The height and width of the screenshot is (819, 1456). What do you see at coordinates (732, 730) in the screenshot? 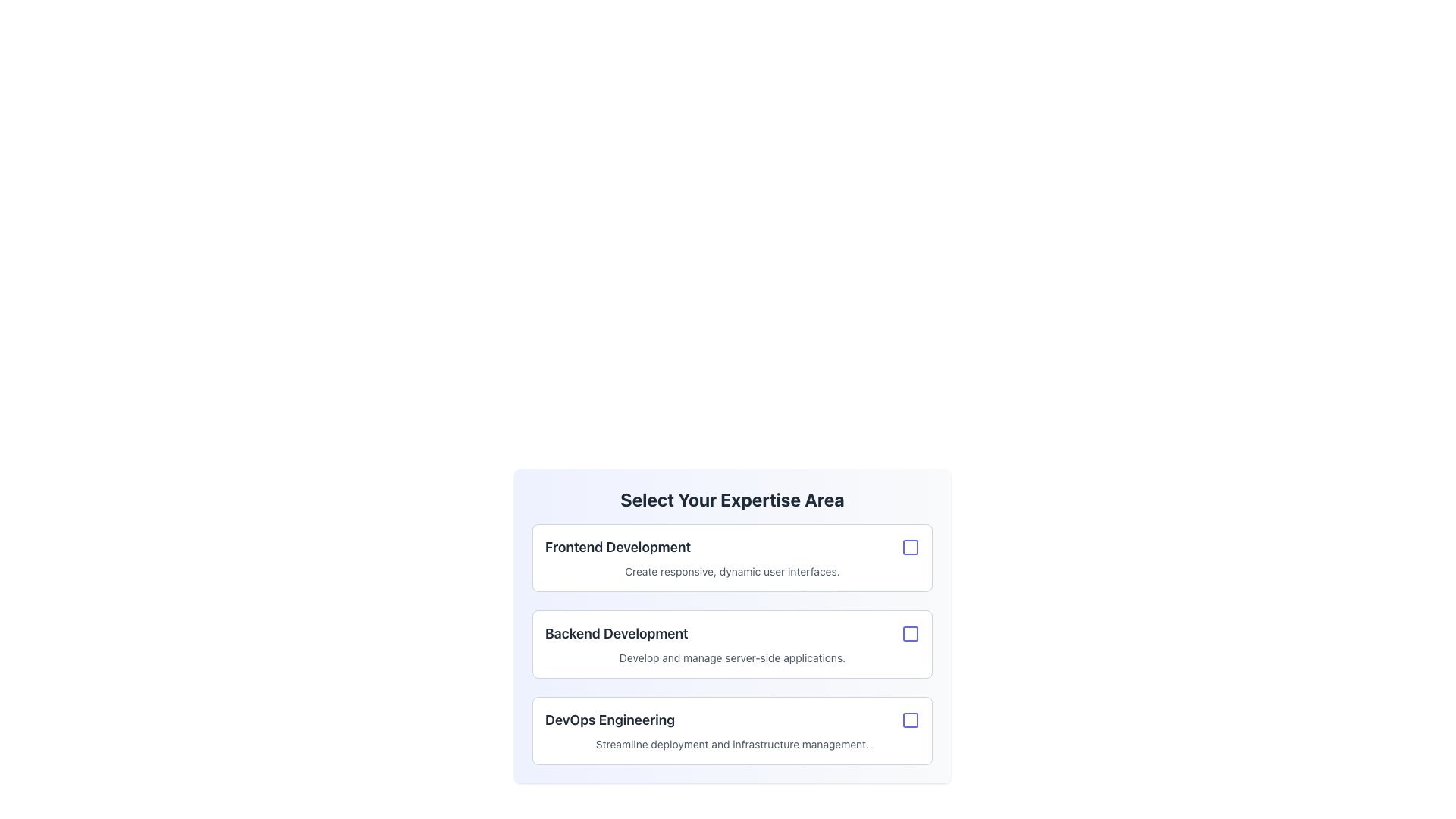
I see `the checkbox card for DevOps Engineering expertise selection, positioned below the Backend Development card in a vertical list of three elements` at bounding box center [732, 730].